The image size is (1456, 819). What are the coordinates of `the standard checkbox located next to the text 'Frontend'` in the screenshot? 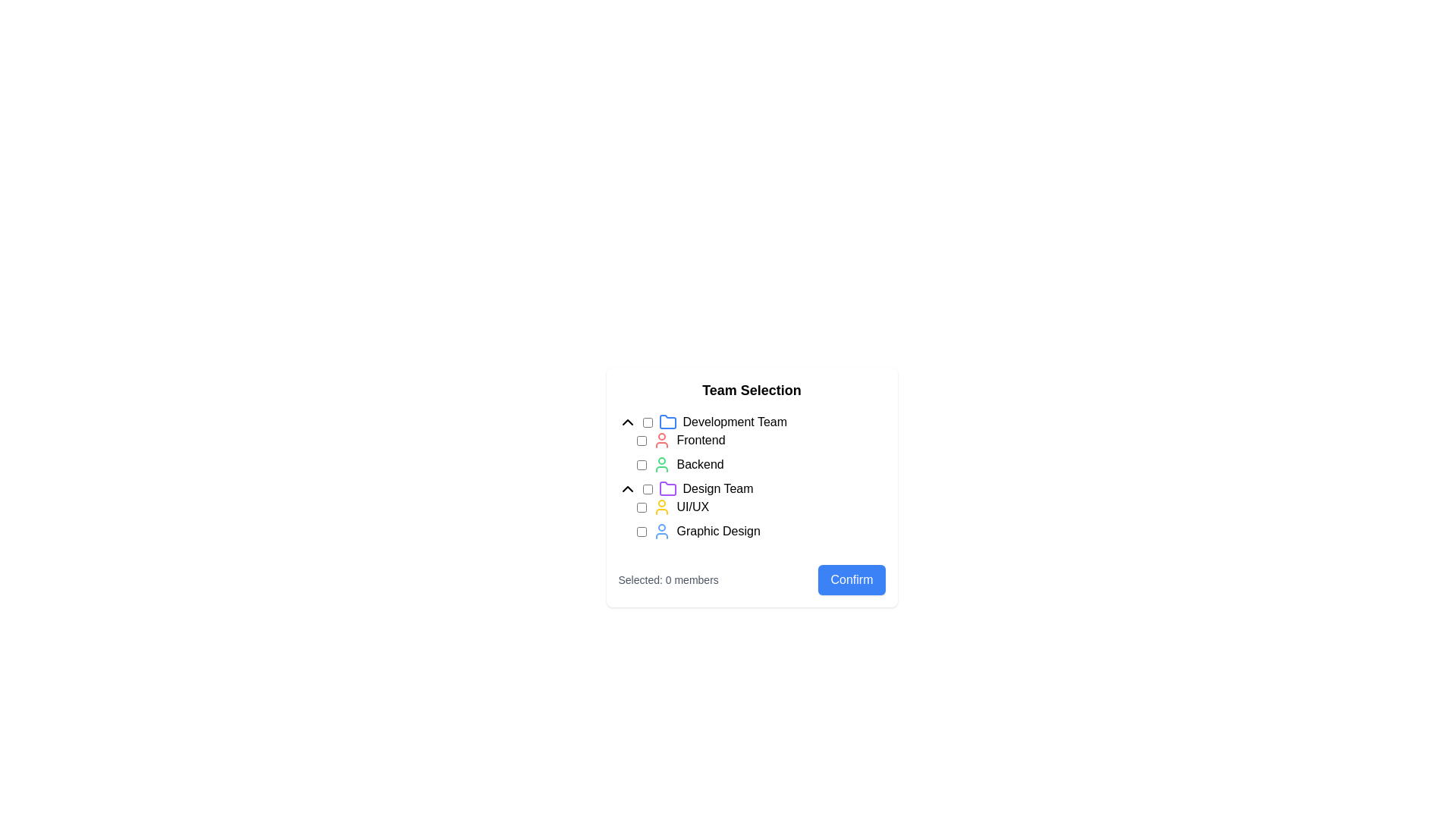 It's located at (641, 441).